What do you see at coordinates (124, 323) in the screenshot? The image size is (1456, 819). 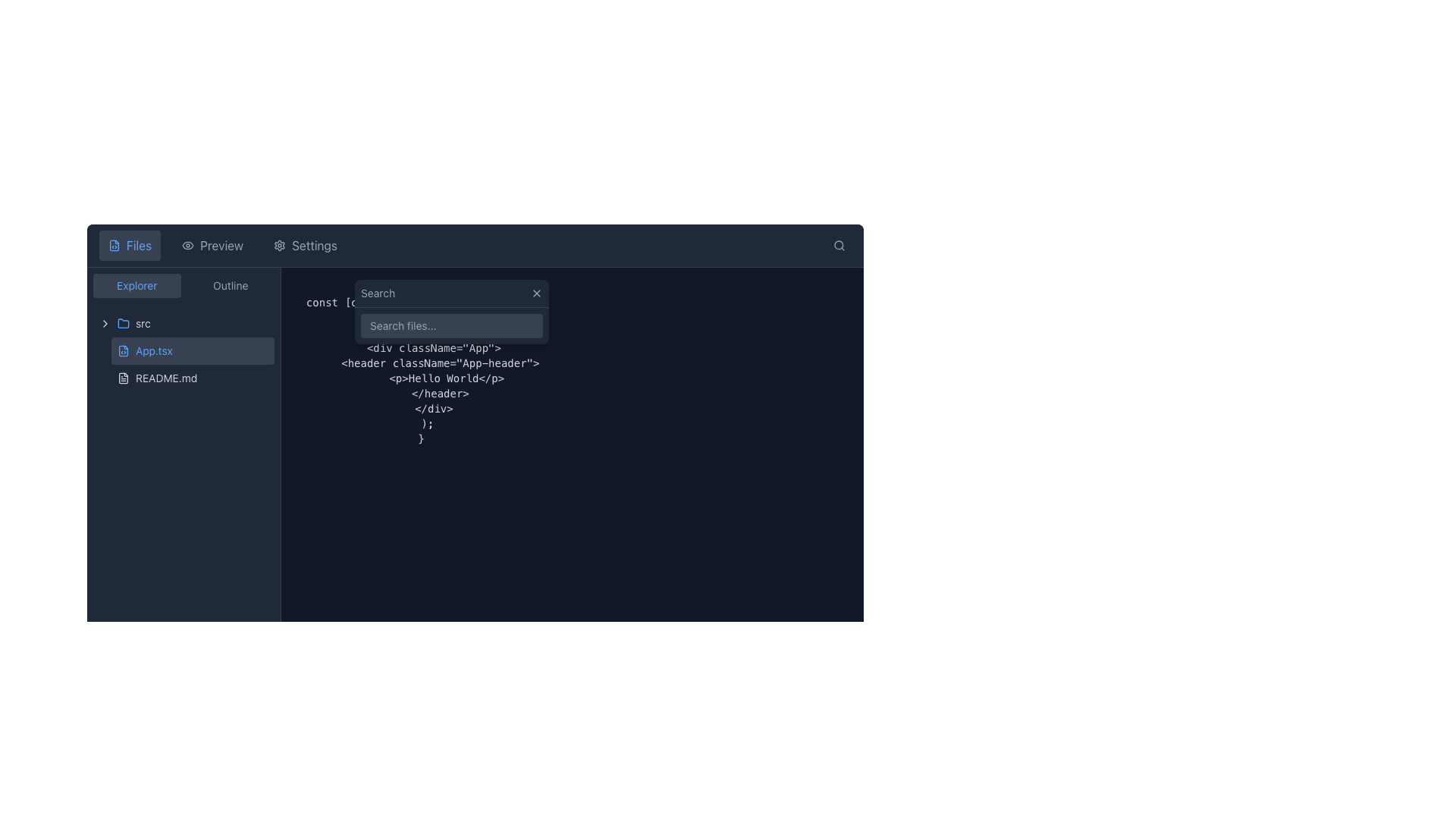 I see `the folder icon located in the sidebar next to the 'src' label` at bounding box center [124, 323].